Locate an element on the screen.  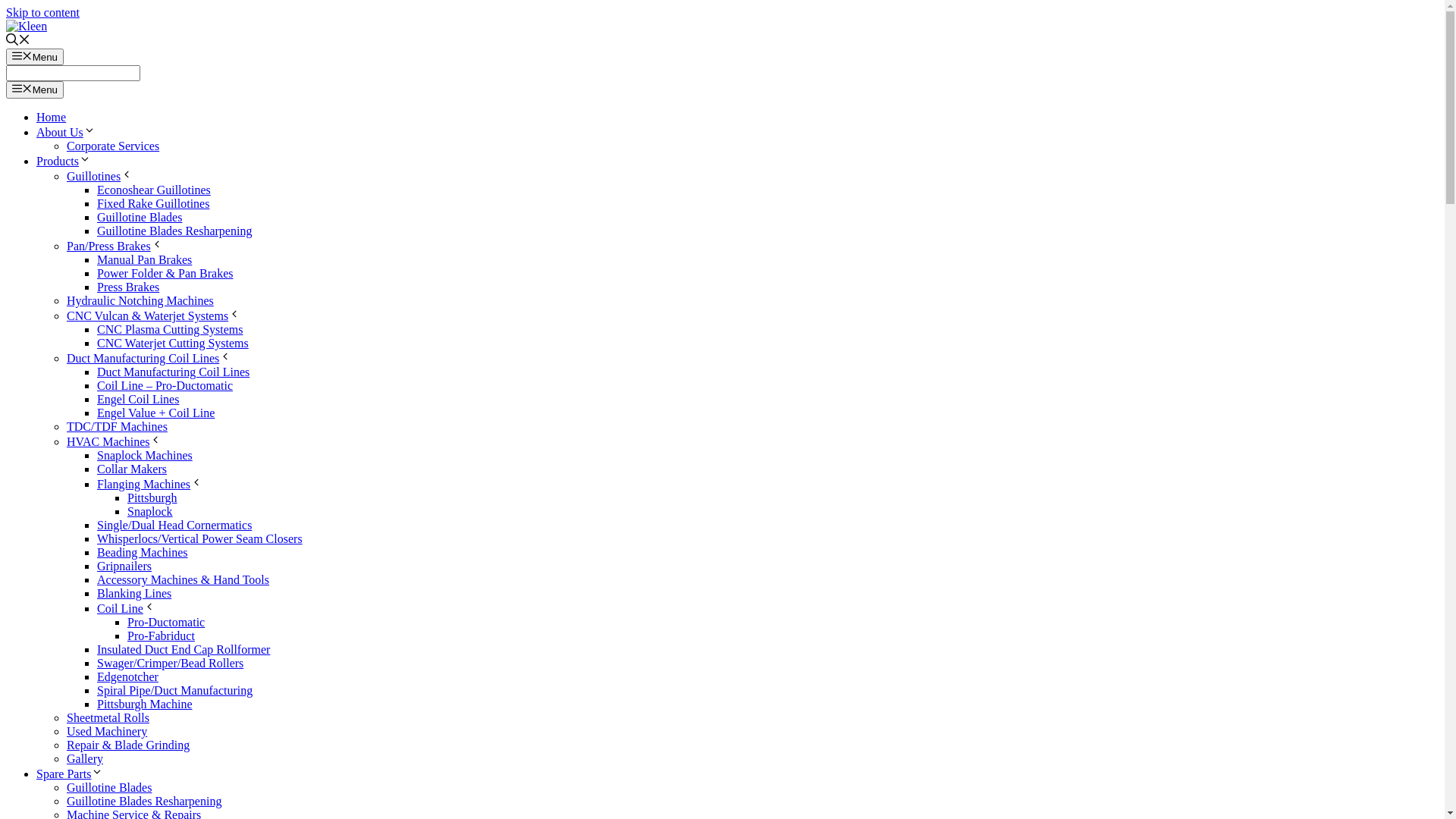
'Guillotine Blades' is located at coordinates (108, 786).